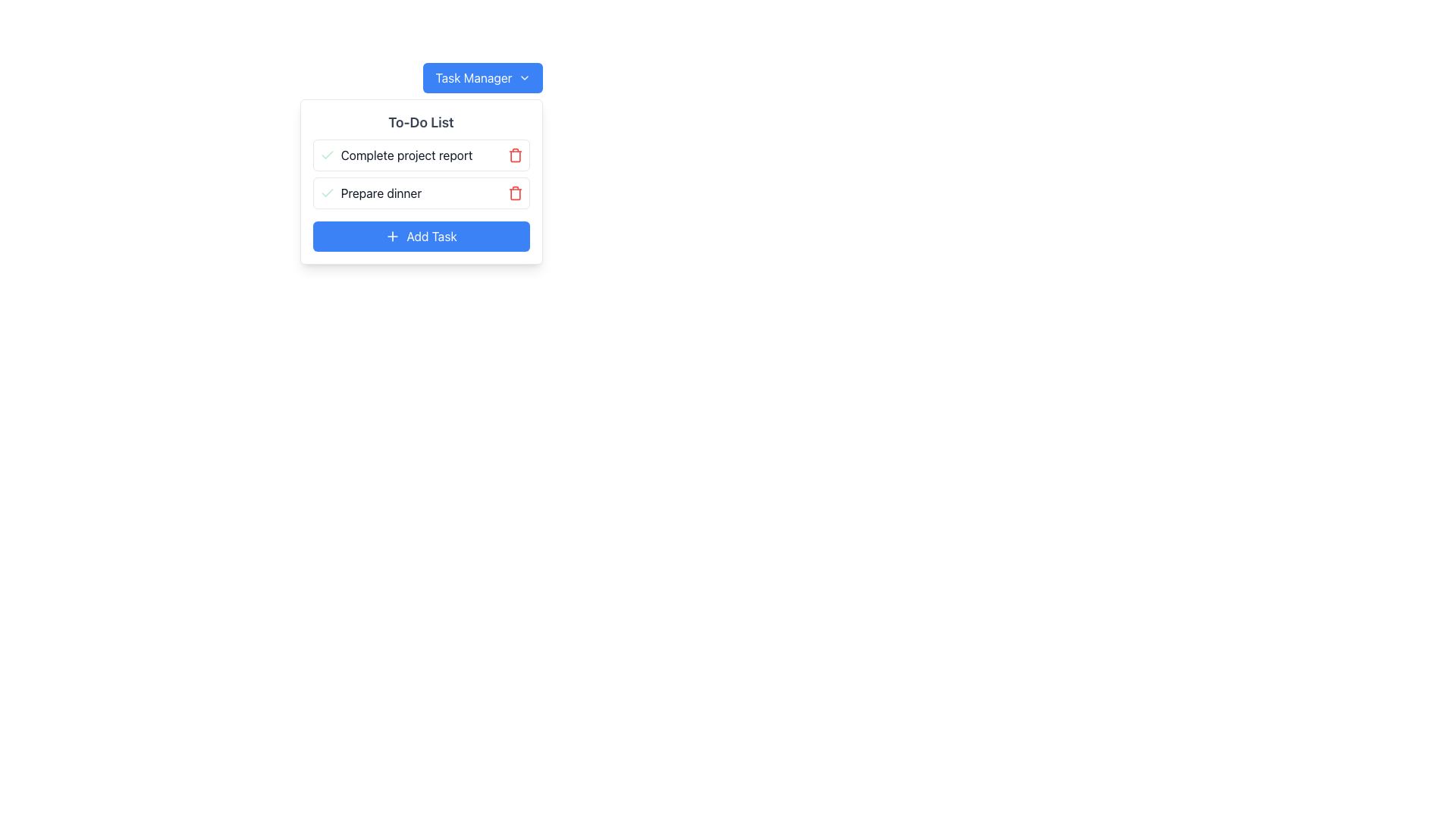 This screenshot has height=819, width=1456. Describe the element at coordinates (515, 155) in the screenshot. I see `the delete button located at the rightmost side of the row displaying 'Complete project report'` at that location.